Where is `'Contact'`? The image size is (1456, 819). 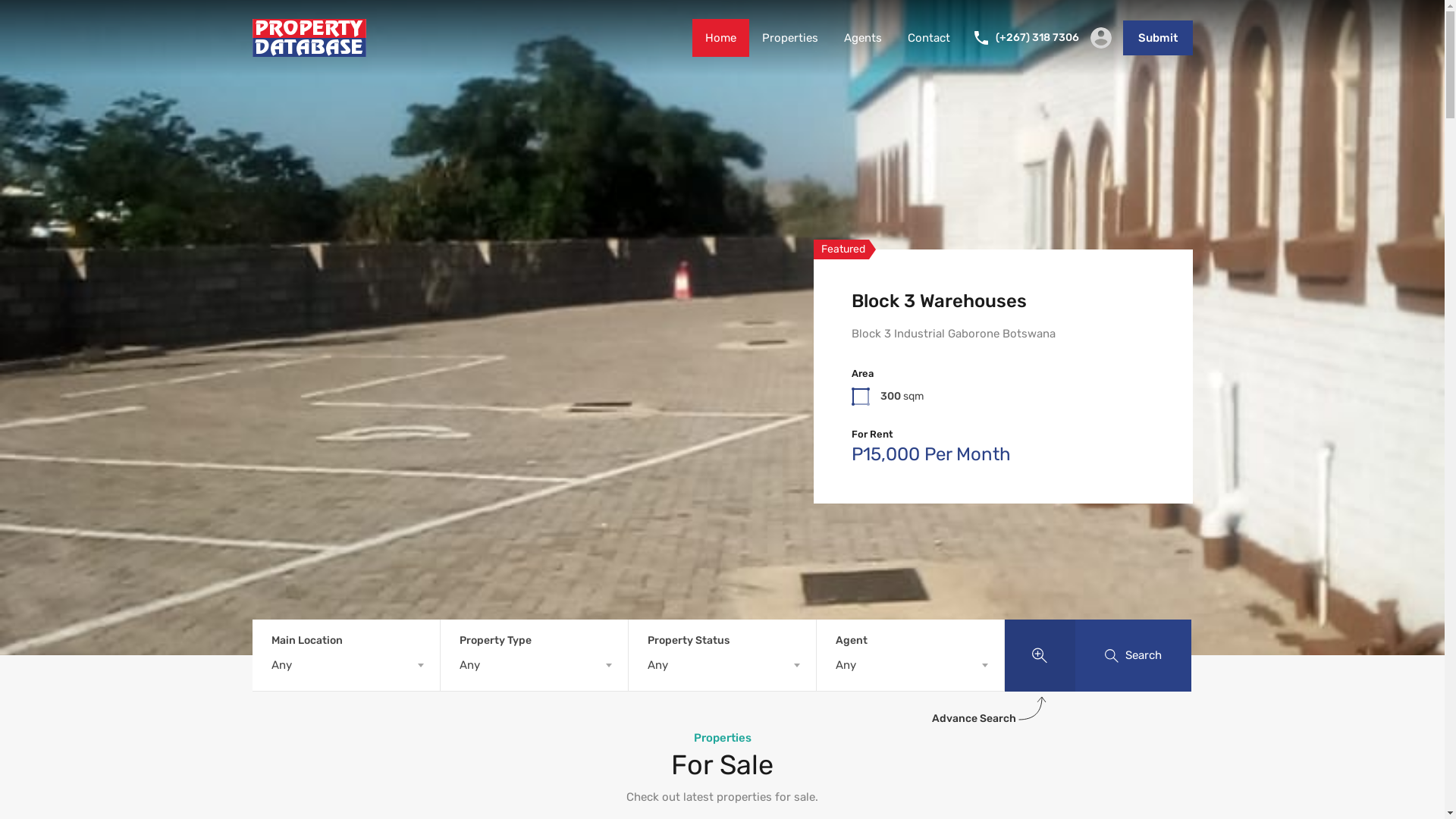 'Contact' is located at coordinates (927, 37).